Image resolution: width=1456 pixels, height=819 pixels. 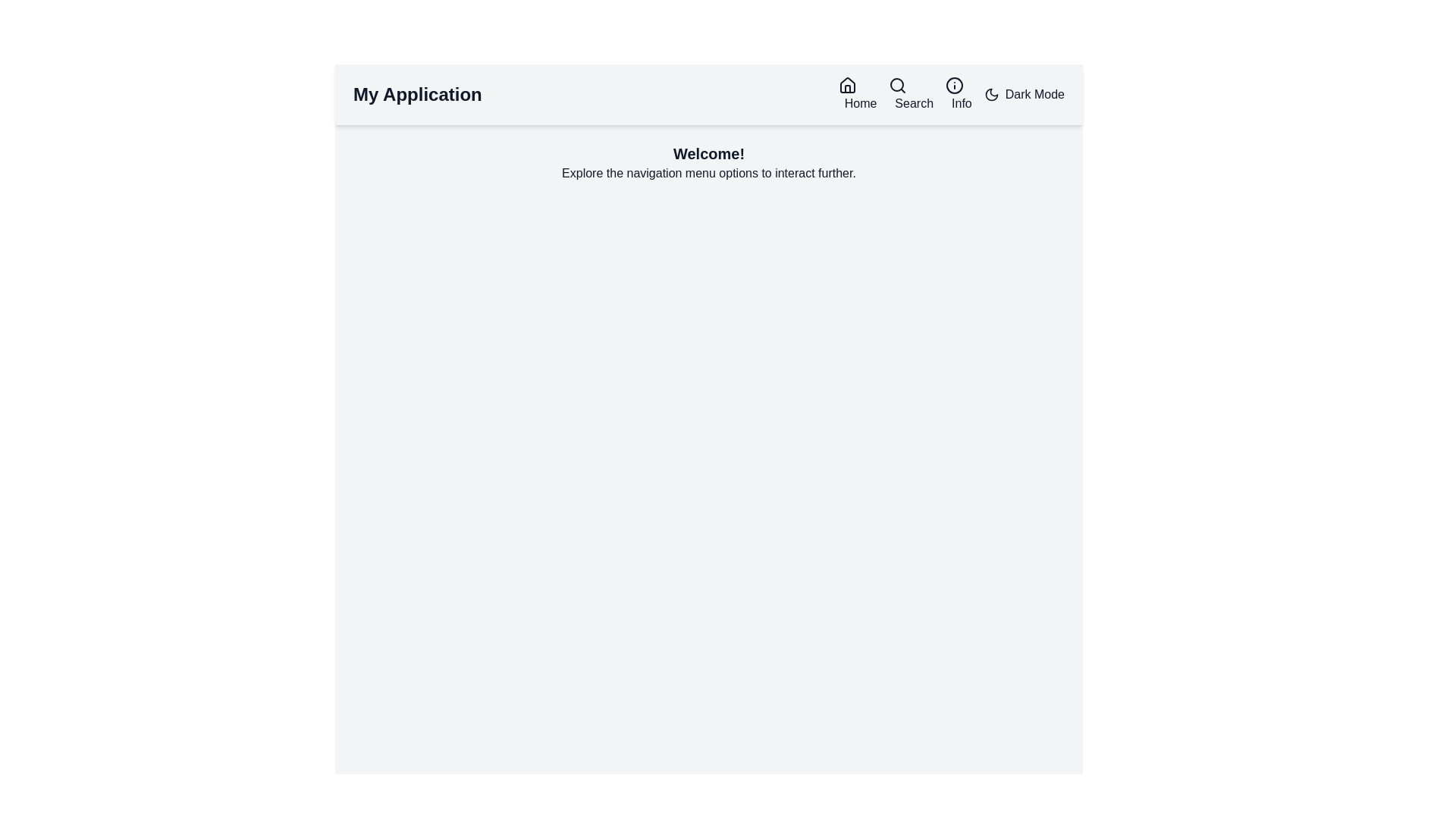 What do you see at coordinates (846, 89) in the screenshot?
I see `the door area of the house-shaped icon in the top navigation bar, which represents the 'Home' menu option` at bounding box center [846, 89].